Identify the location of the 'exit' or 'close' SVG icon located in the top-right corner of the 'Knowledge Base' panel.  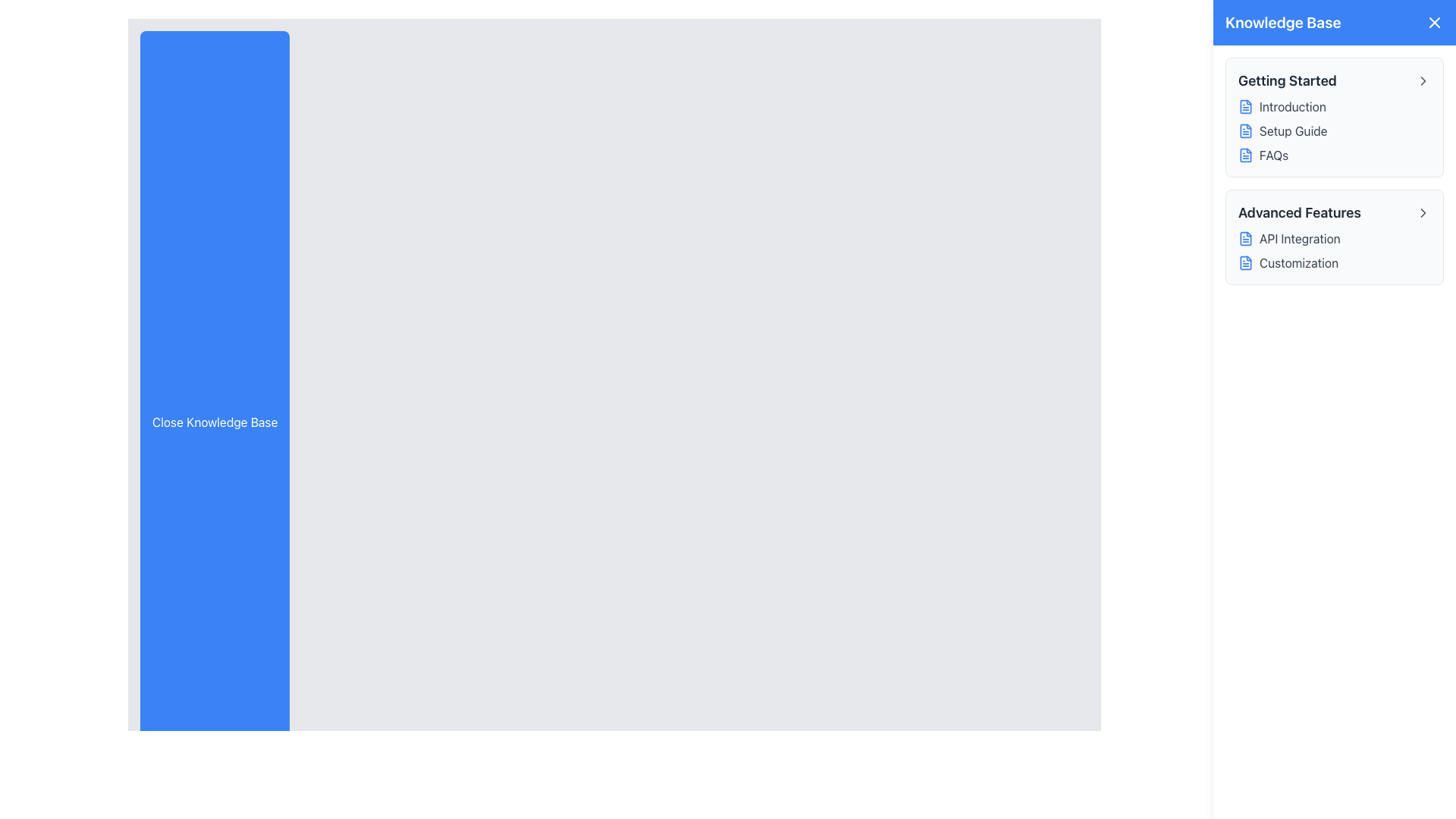
(1433, 23).